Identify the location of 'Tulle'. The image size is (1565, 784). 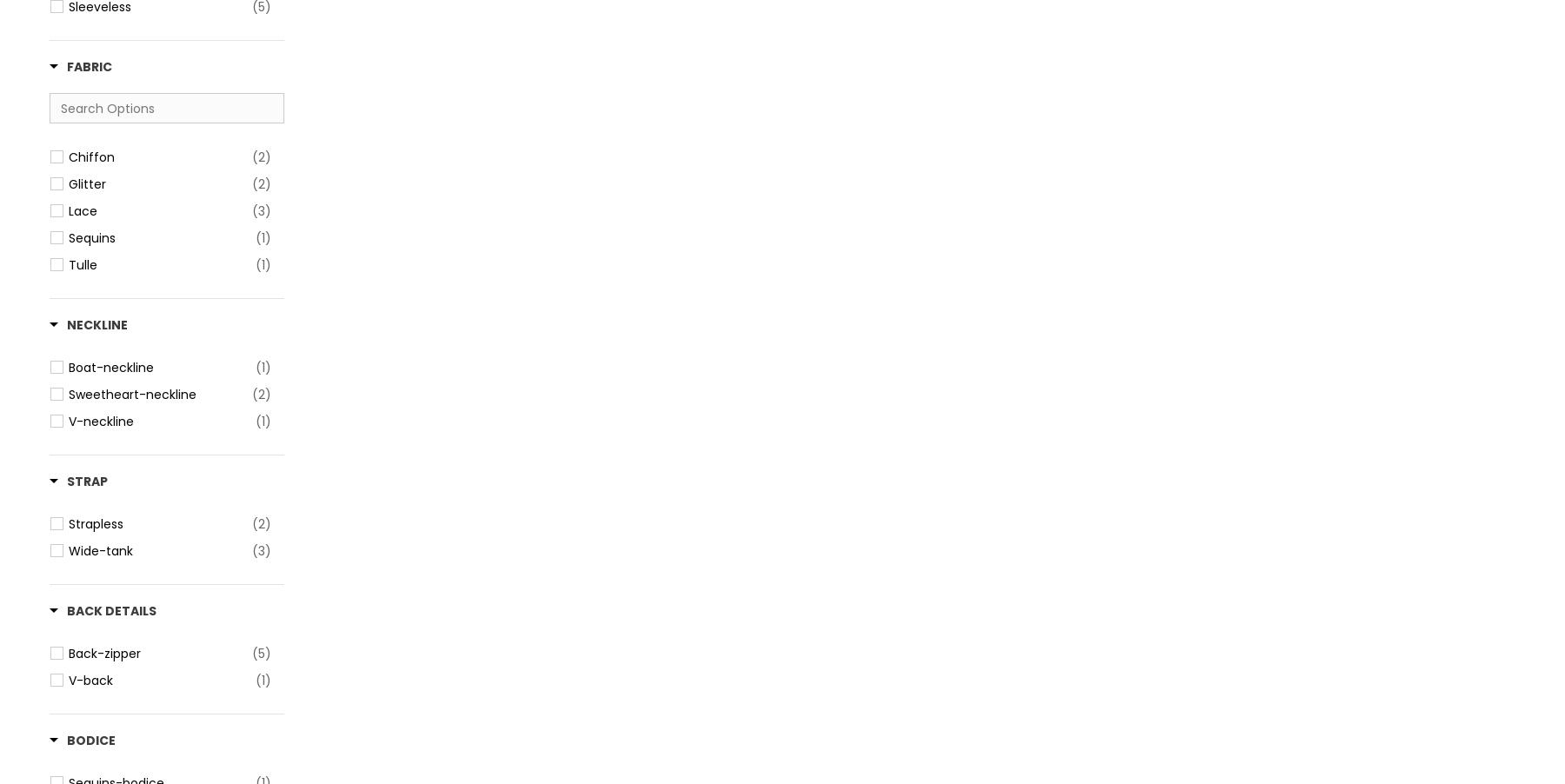
(68, 263).